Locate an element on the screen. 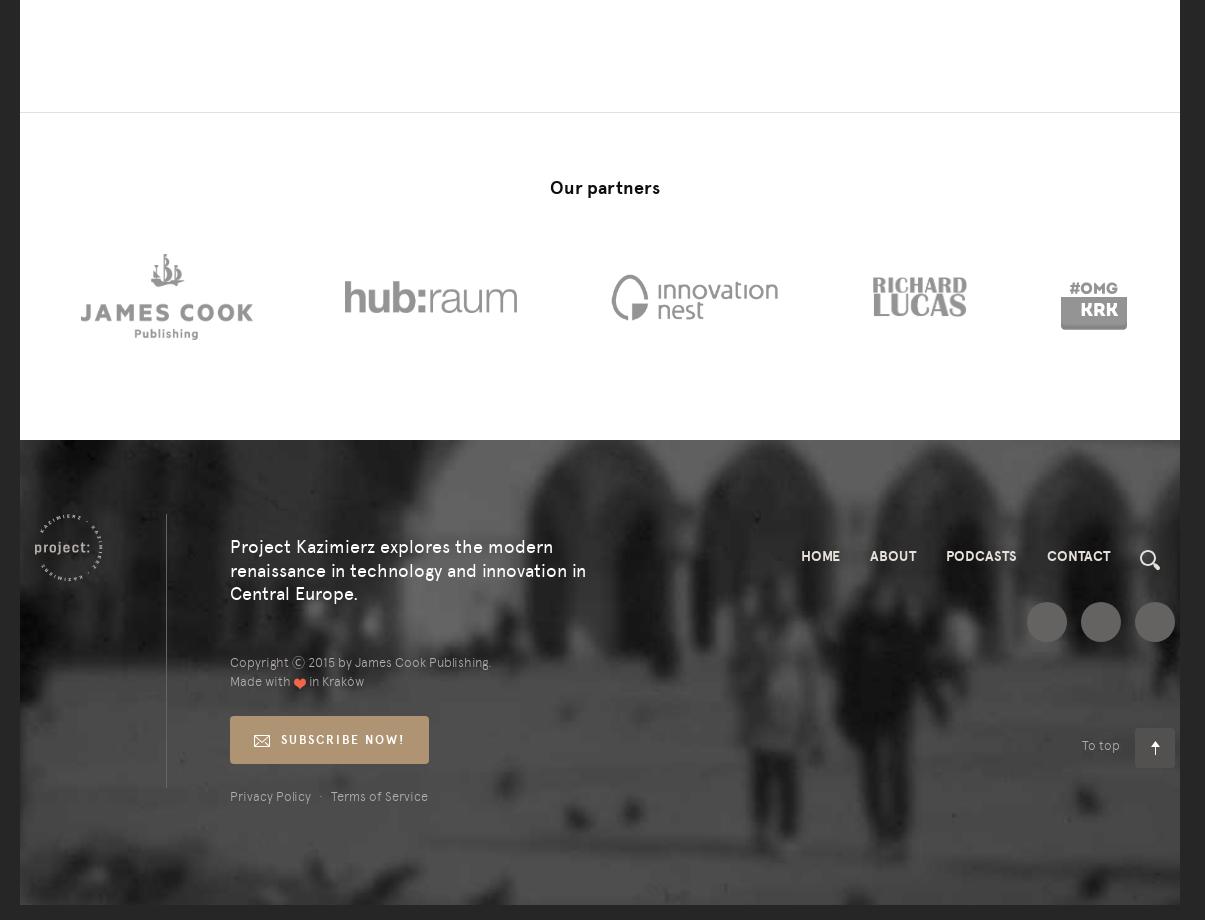 The height and width of the screenshot is (920, 1205). '04:53' is located at coordinates (75, 296).